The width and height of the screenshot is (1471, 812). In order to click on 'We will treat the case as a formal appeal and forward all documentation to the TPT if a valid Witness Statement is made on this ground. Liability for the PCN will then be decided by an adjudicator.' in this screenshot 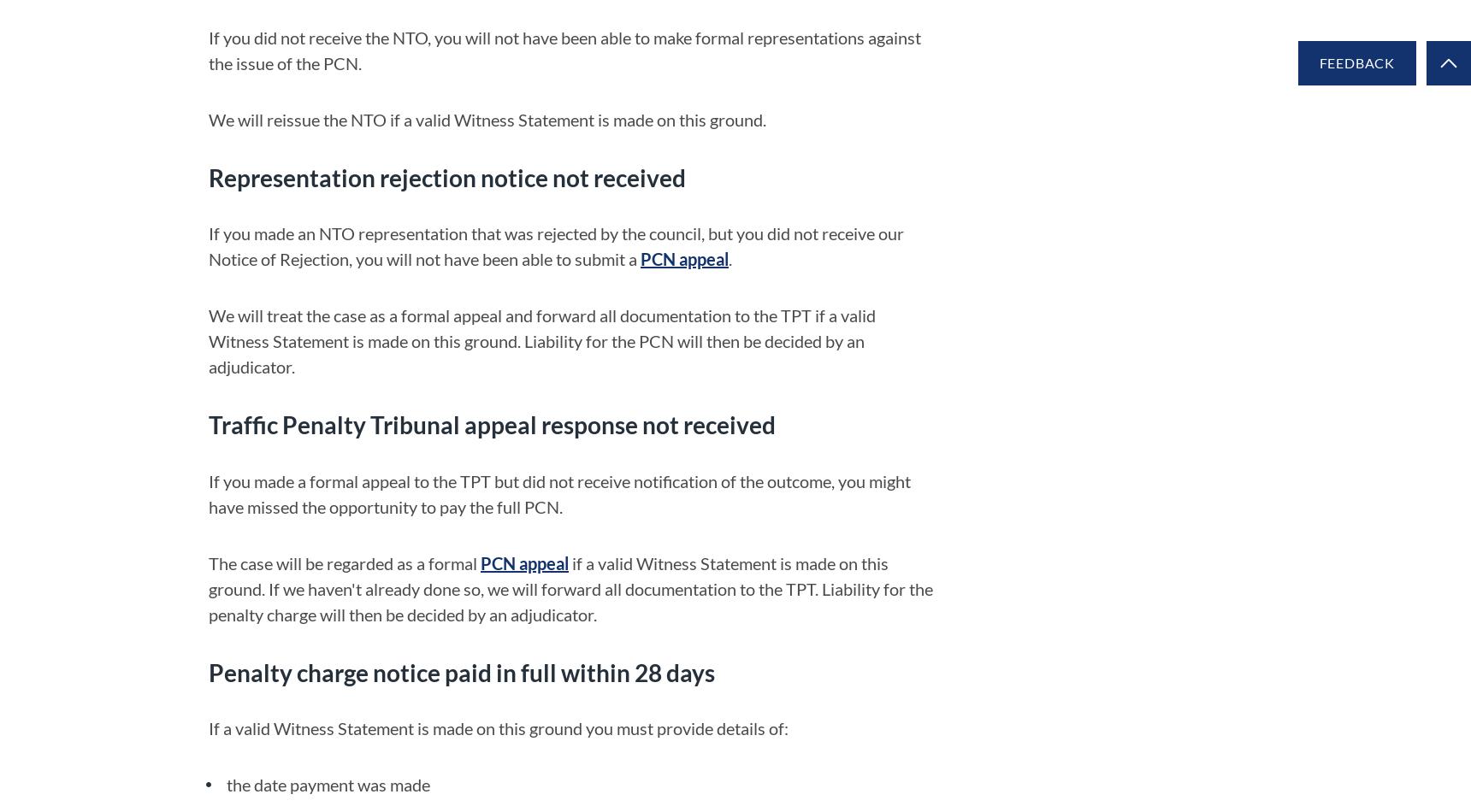, I will do `click(209, 340)`.